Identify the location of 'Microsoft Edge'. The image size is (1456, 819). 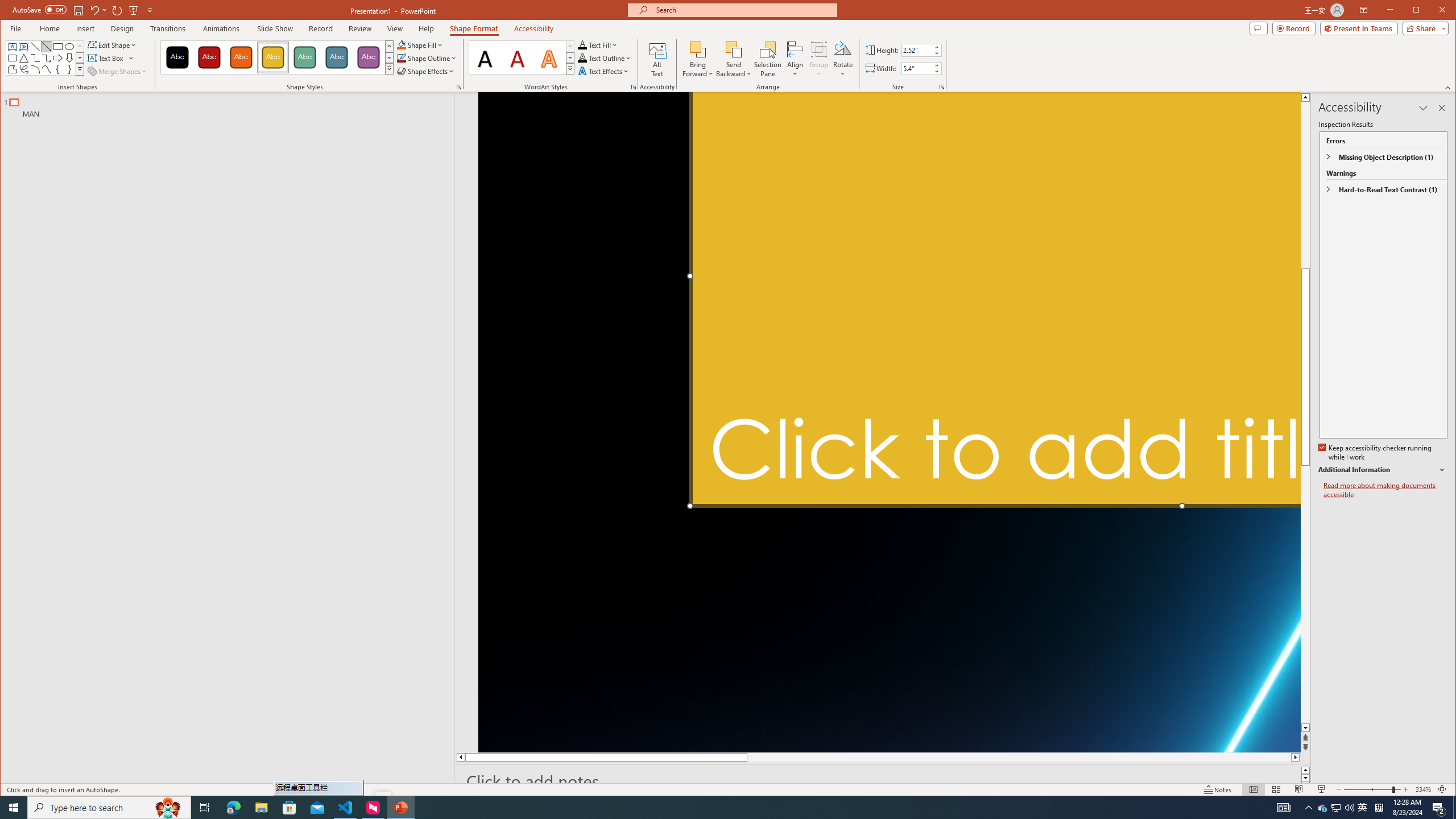
(233, 806).